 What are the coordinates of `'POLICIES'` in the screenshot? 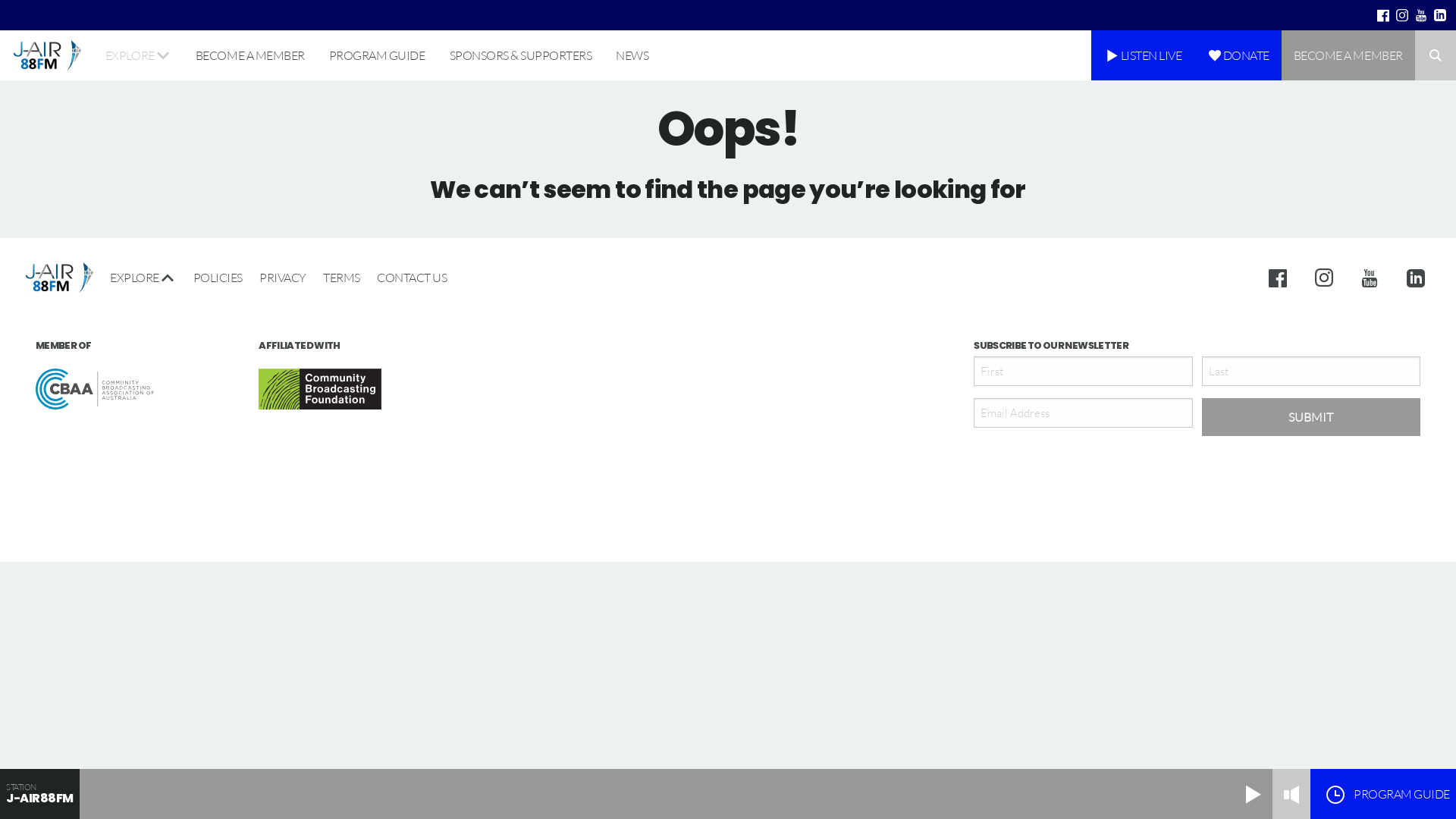 It's located at (184, 278).